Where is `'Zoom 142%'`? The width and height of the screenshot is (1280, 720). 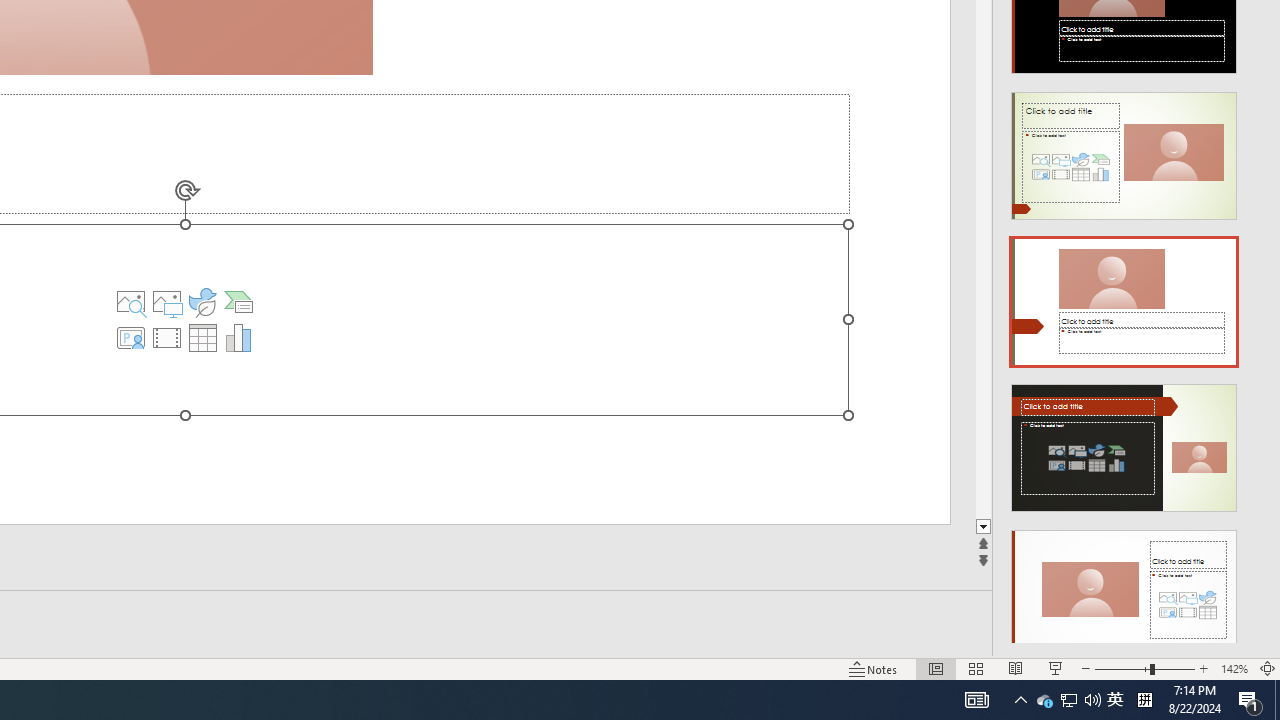
'Zoom 142%' is located at coordinates (1233, 669).